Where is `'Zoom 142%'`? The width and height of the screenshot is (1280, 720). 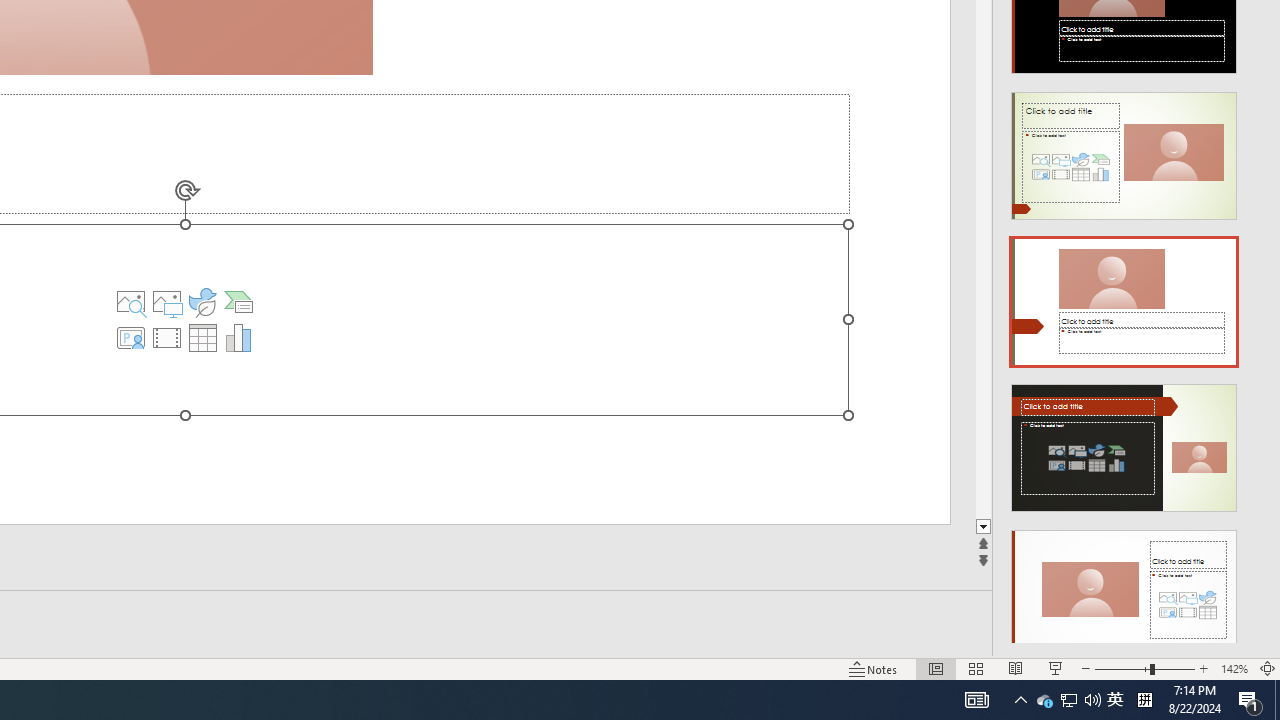
'Zoom 142%' is located at coordinates (1233, 669).